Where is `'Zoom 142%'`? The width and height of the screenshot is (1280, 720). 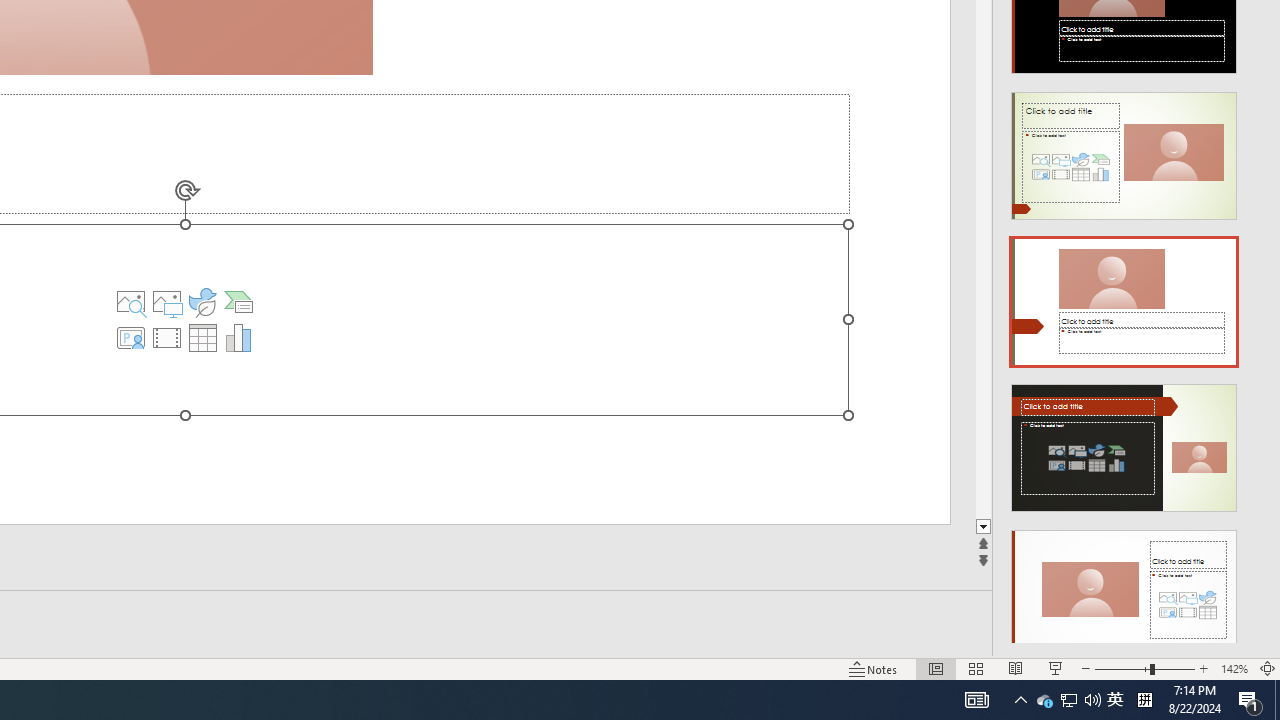
'Zoom 142%' is located at coordinates (1233, 669).